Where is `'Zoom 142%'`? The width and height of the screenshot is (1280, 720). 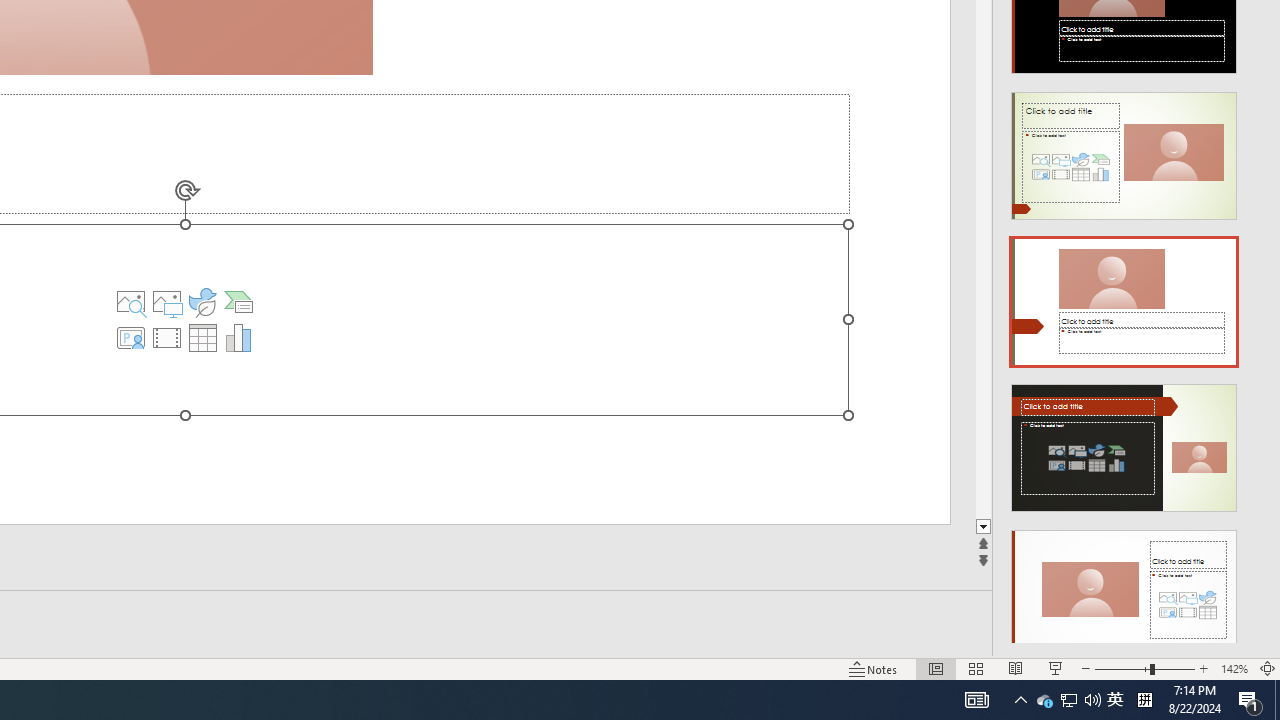
'Zoom 142%' is located at coordinates (1233, 669).